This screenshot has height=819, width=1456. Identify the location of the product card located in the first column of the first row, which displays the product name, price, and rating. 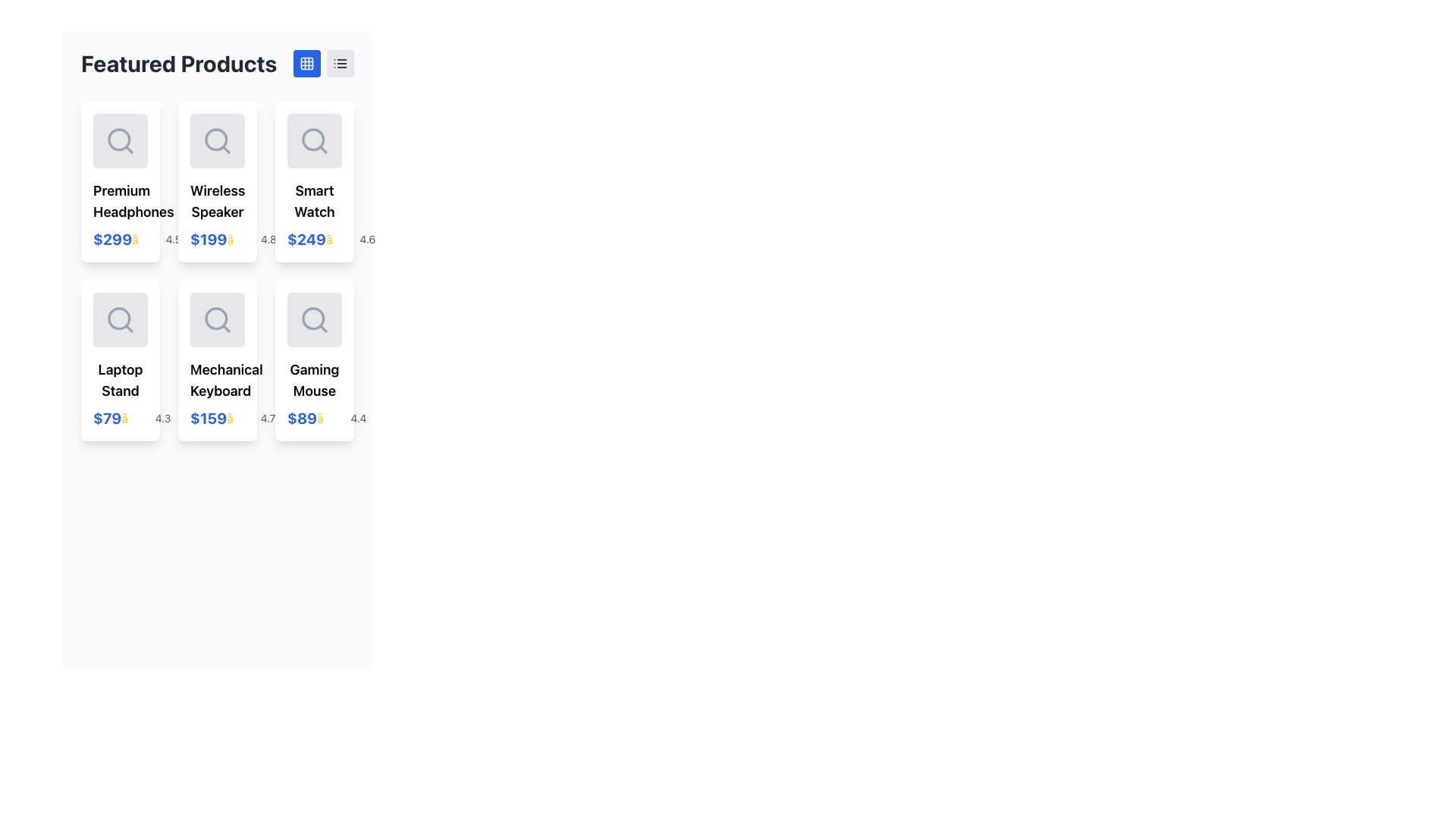
(119, 180).